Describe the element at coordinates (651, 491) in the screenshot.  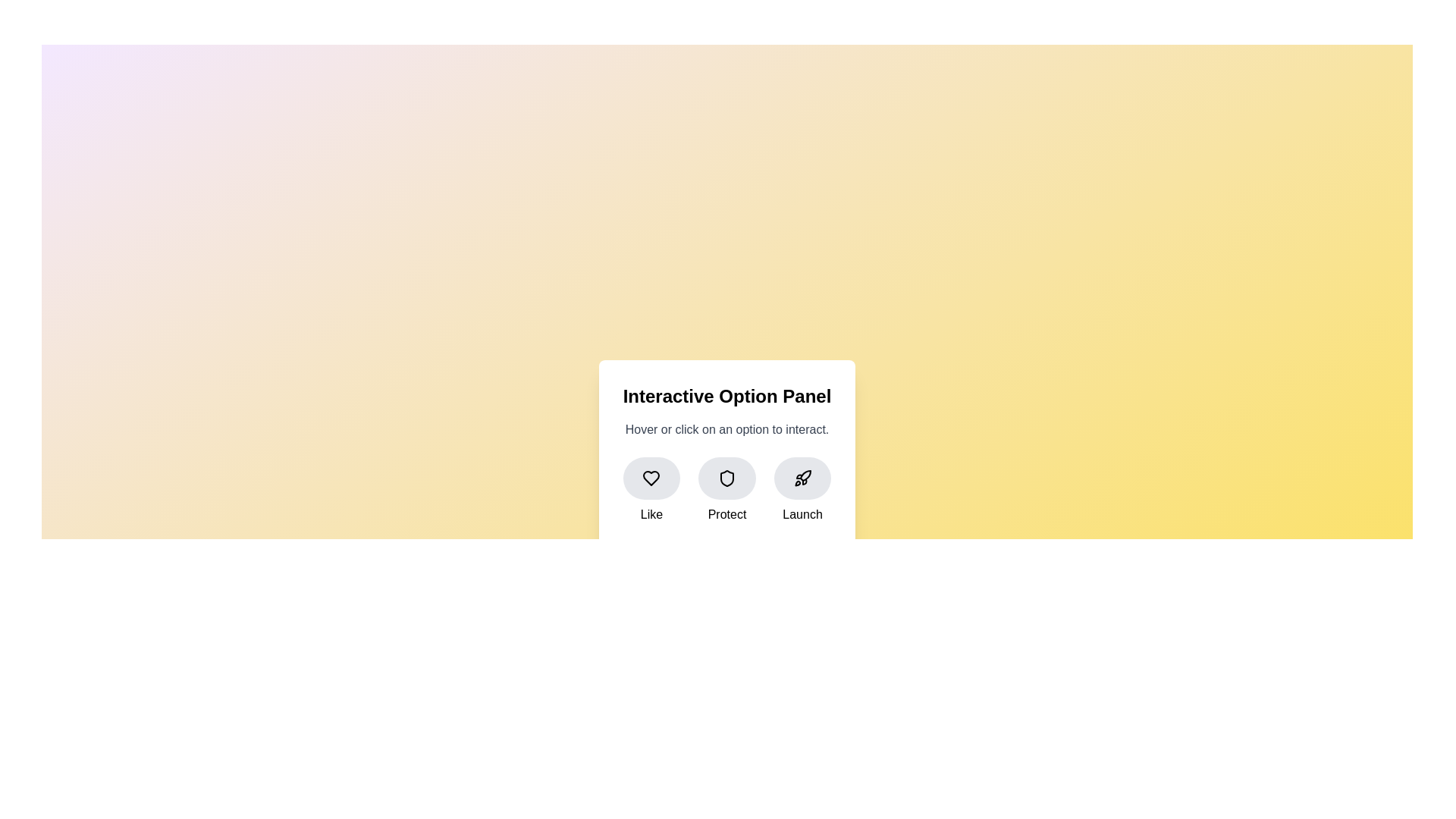
I see `the 'Like' button, which features a circular heart icon and is positioned as the first item in a row of three buttons` at that location.